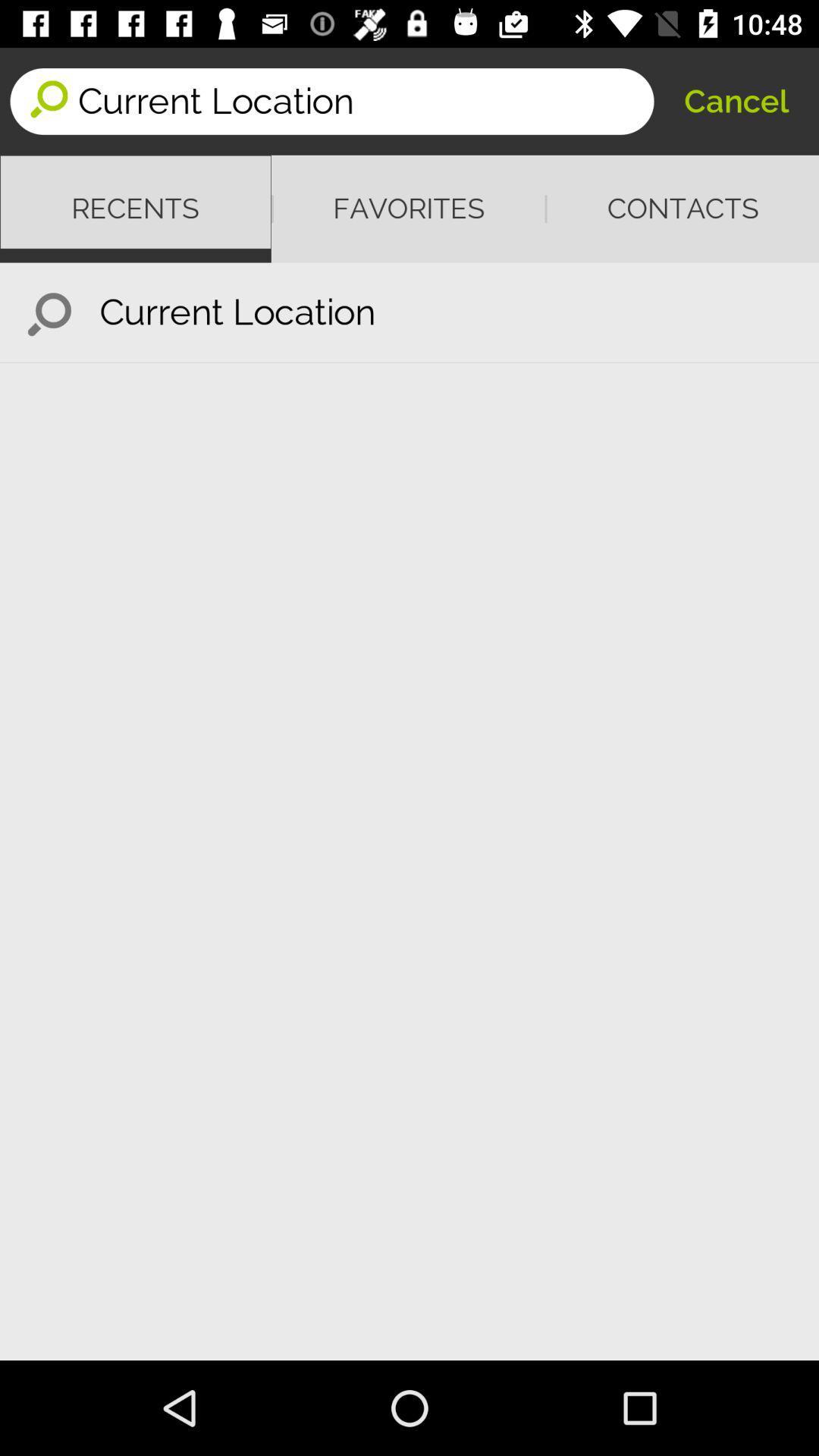 The width and height of the screenshot is (819, 1456). I want to click on the item to the left of the current location, so click(49, 312).